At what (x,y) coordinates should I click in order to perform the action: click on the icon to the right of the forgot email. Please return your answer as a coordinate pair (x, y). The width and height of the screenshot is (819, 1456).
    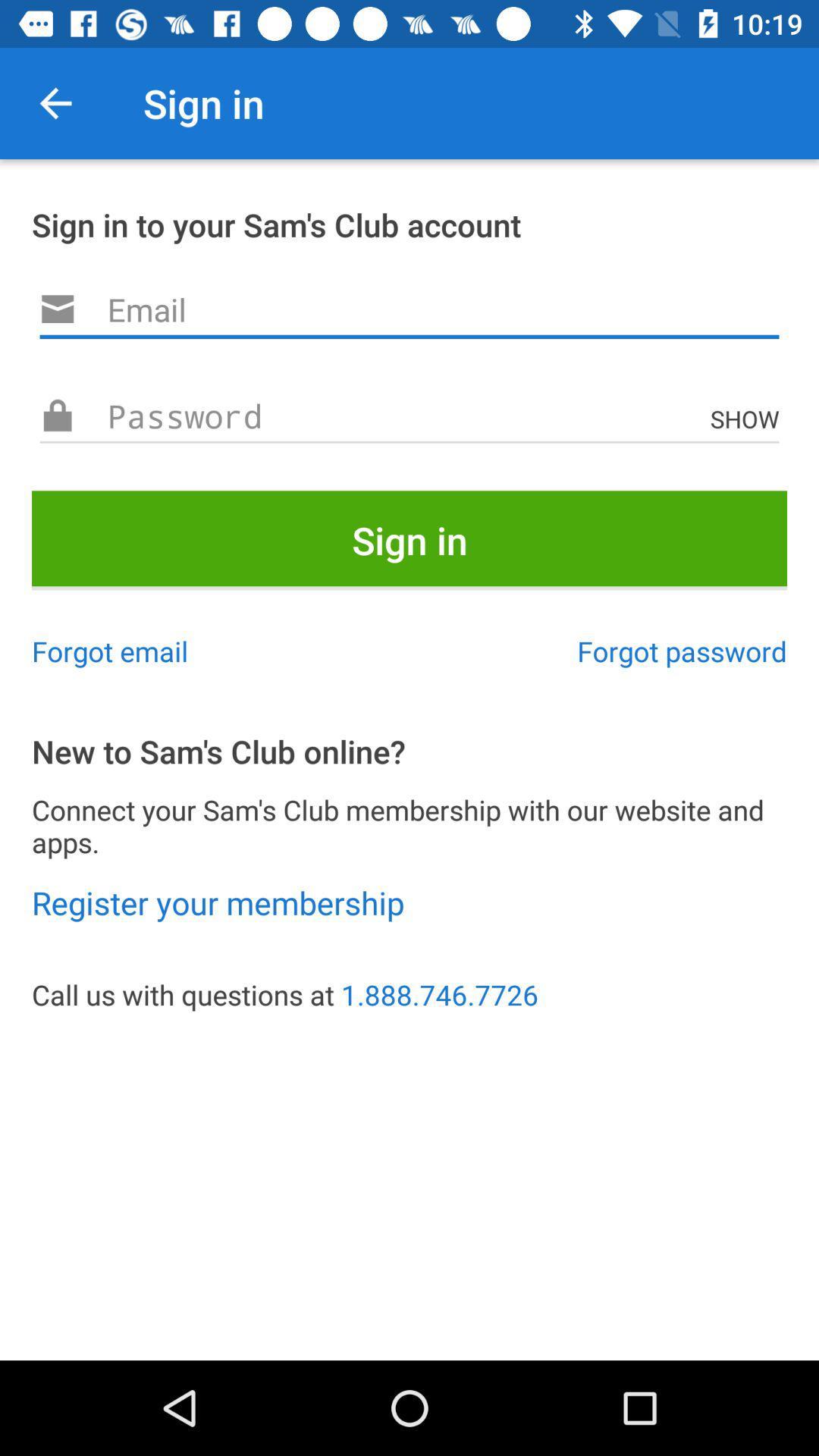
    Looking at the image, I should click on (681, 651).